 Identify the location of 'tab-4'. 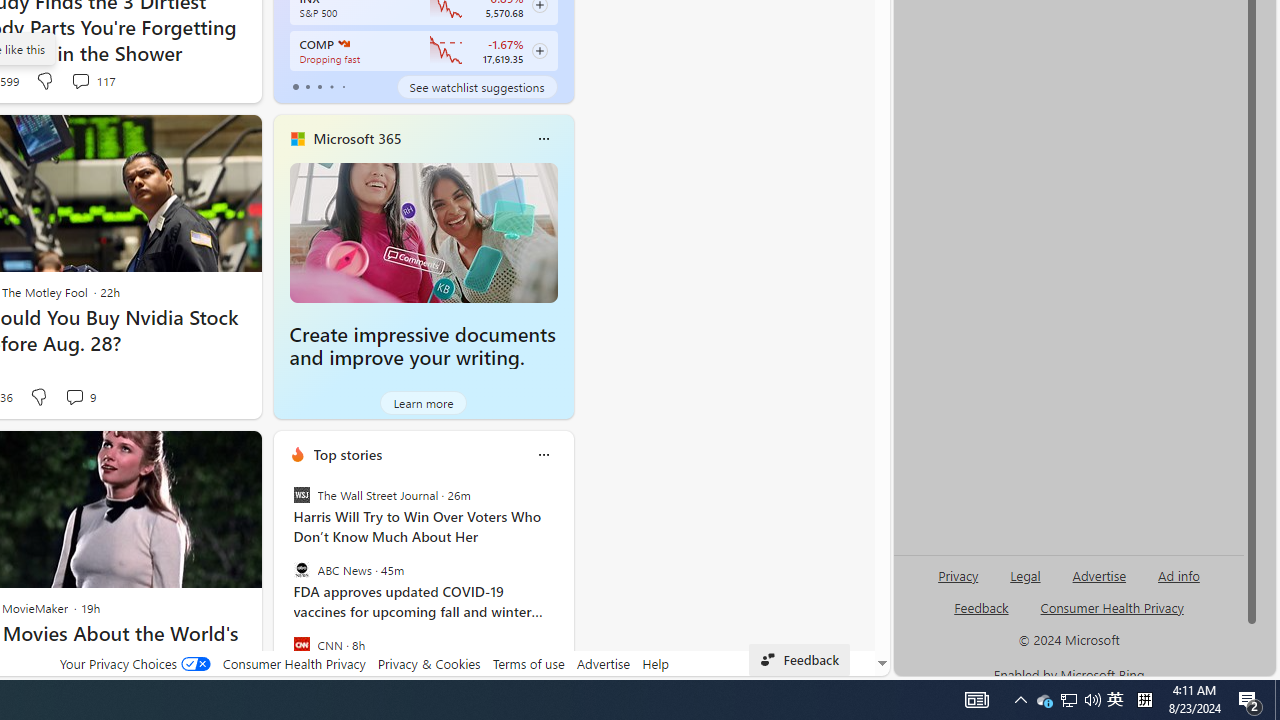
(343, 86).